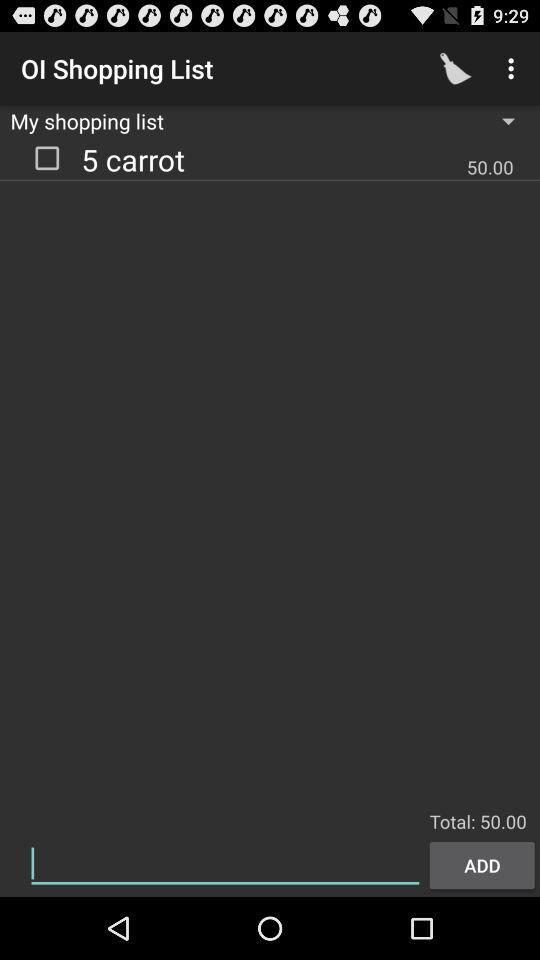 This screenshot has height=960, width=540. I want to click on typing bar, so click(224, 863).